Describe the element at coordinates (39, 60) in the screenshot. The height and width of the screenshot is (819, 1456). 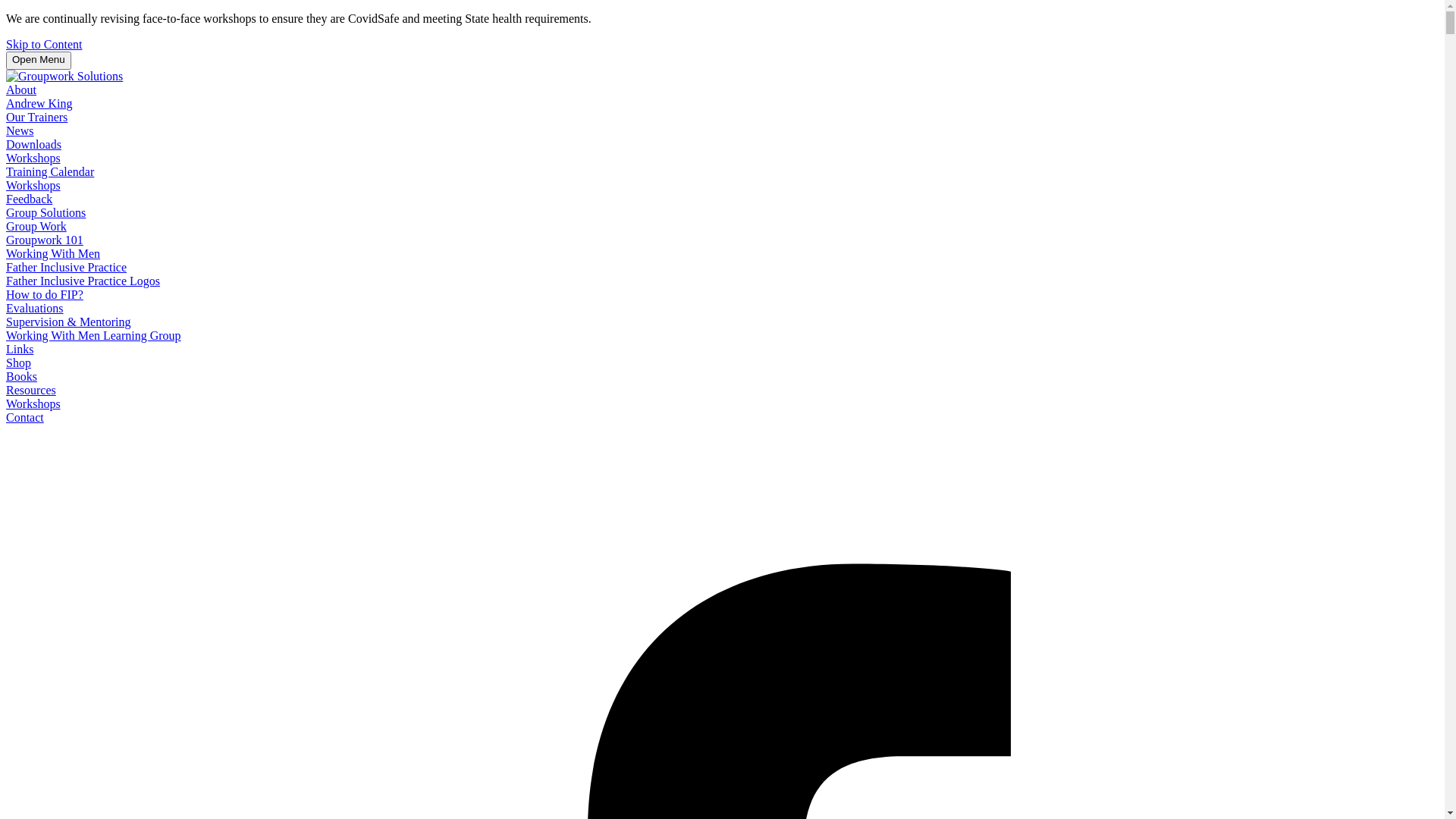
I see `'Open Menu'` at that location.